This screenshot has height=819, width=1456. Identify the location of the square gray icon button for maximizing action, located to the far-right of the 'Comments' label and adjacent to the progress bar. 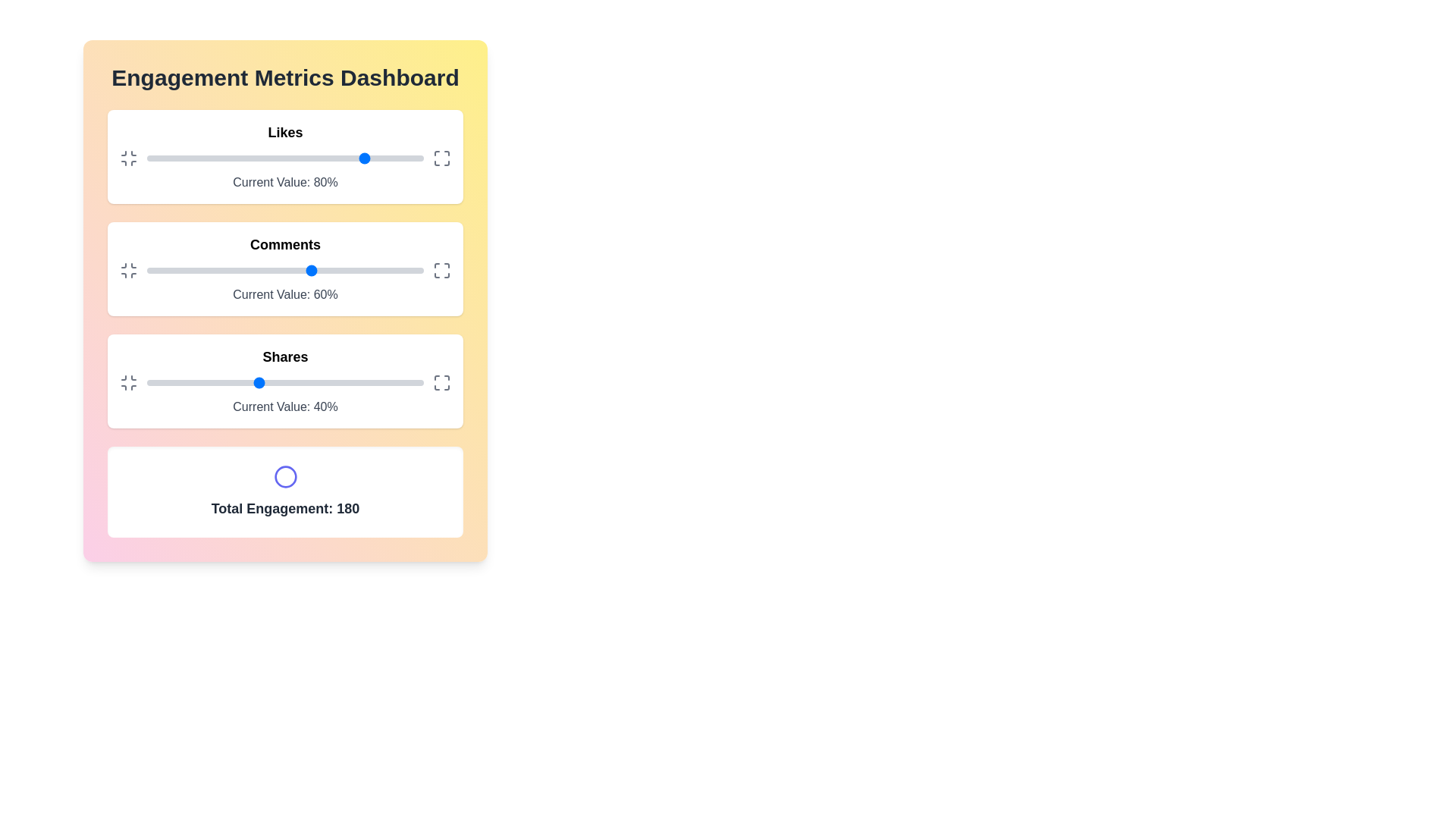
(441, 270).